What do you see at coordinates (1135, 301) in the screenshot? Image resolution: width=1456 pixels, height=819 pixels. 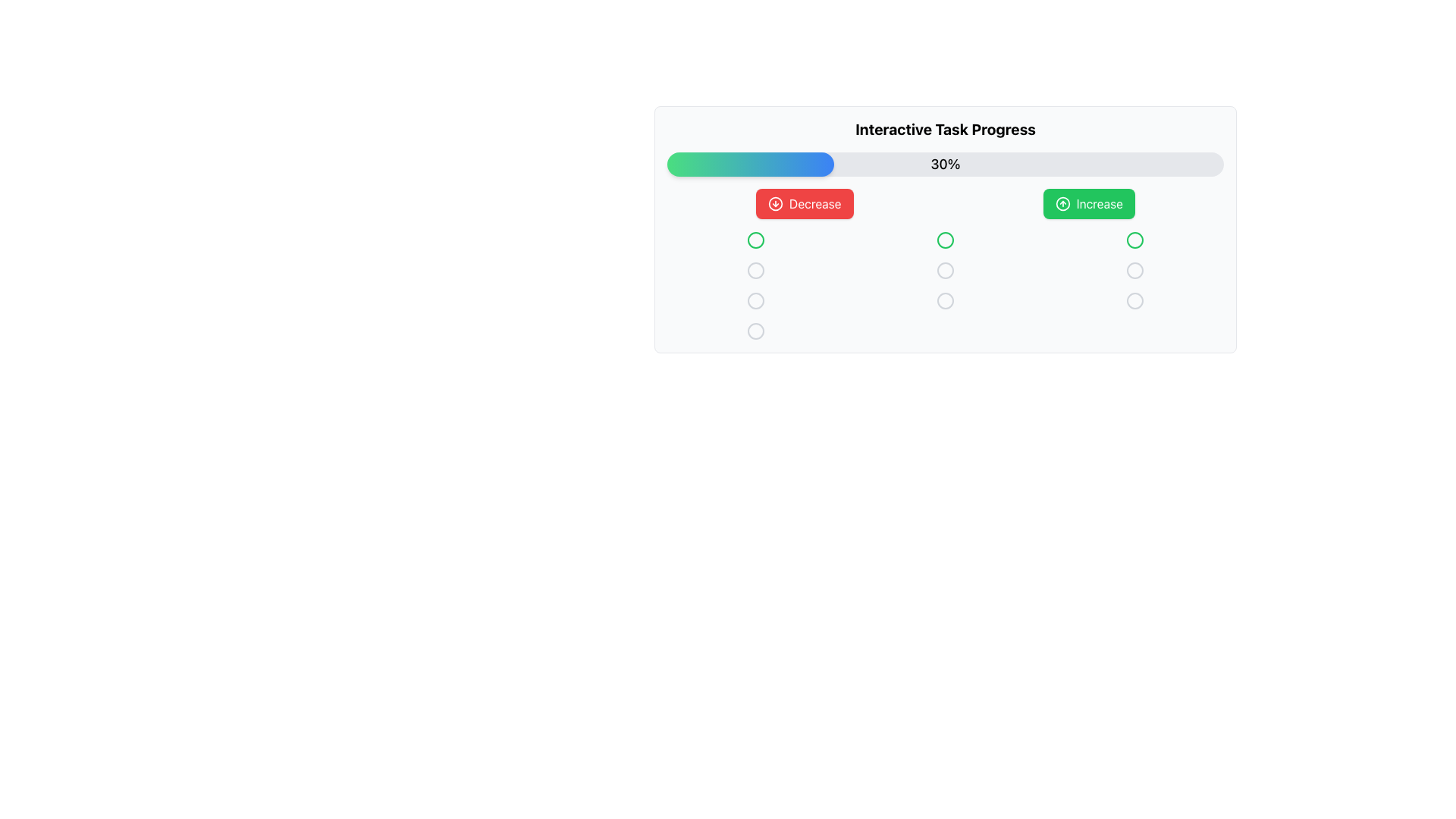 I see `the circular graphical indicator located in the bottom-right part of the layout, styled with a thin gray border and no visible fill` at bounding box center [1135, 301].